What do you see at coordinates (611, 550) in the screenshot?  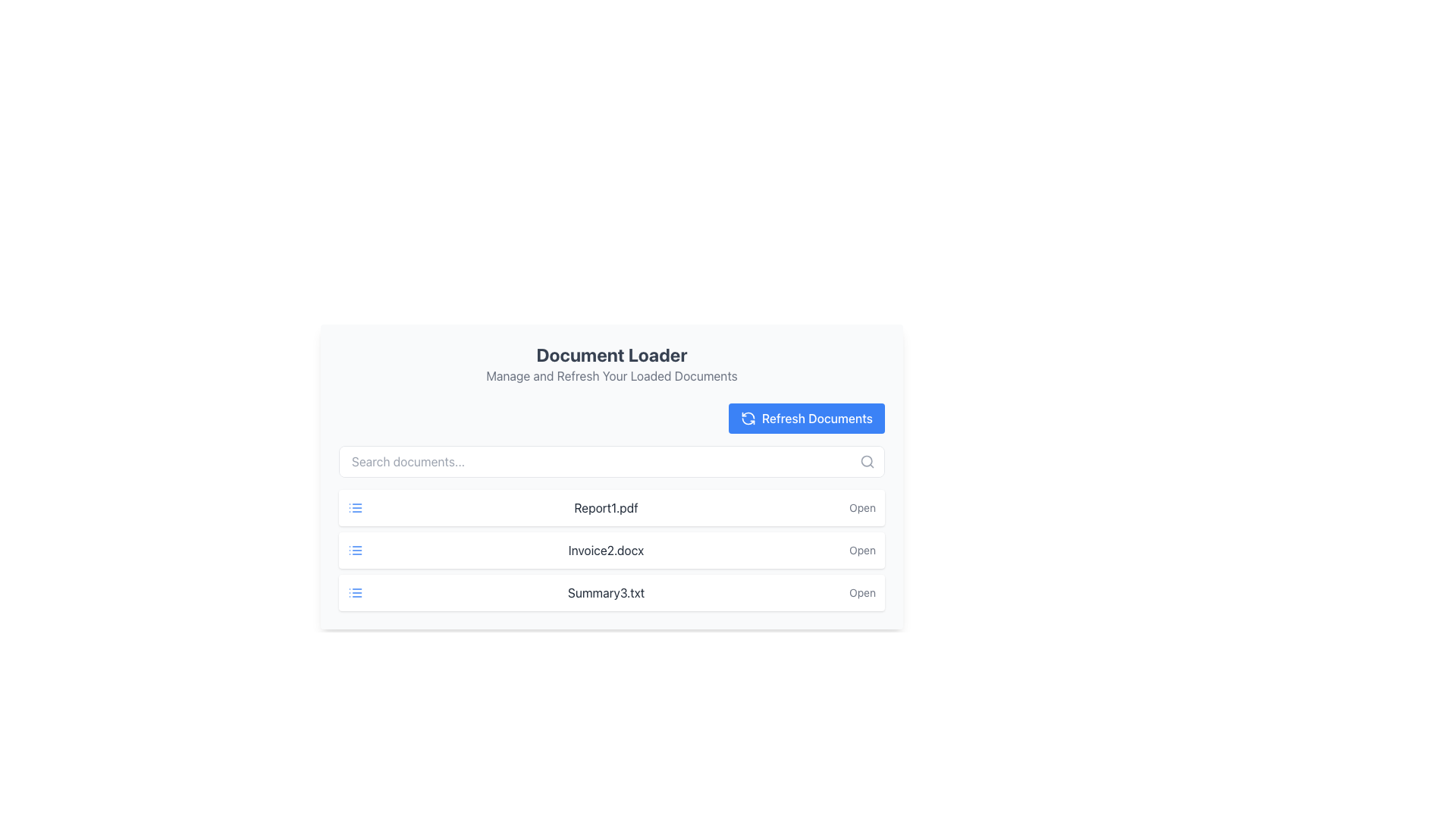 I see `the composite UI component representing the document 'Invoice2.docx', which includes a text label, an icon, and a clickable 'Open' link` at bounding box center [611, 550].